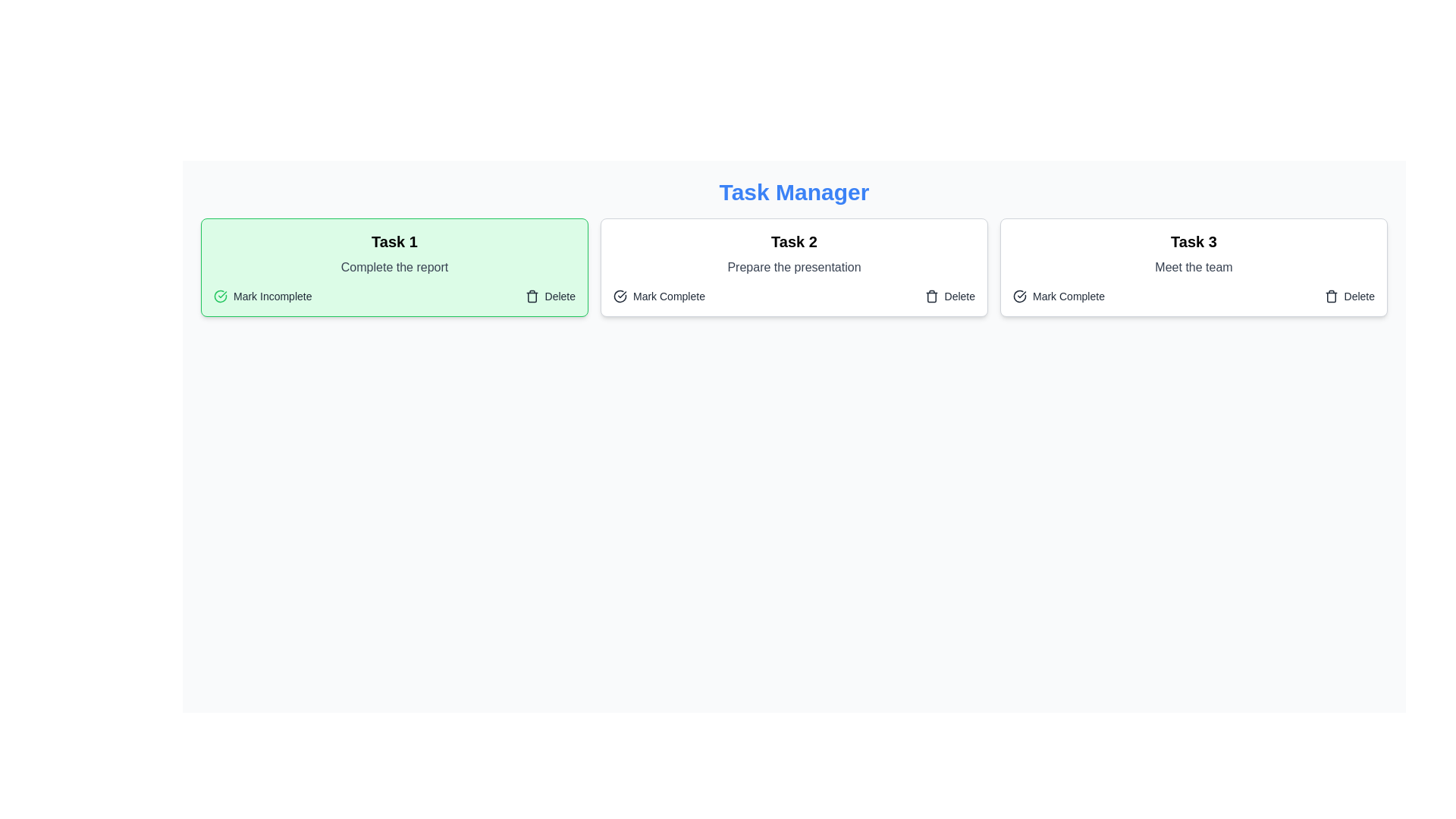  Describe the element at coordinates (1068, 296) in the screenshot. I see `label text 'Mark Complete' located inside the third task card labeled 'Task 3: Meet the team', positioned in the bottom-left corner of the card, to the right of a checkmark icon` at that location.